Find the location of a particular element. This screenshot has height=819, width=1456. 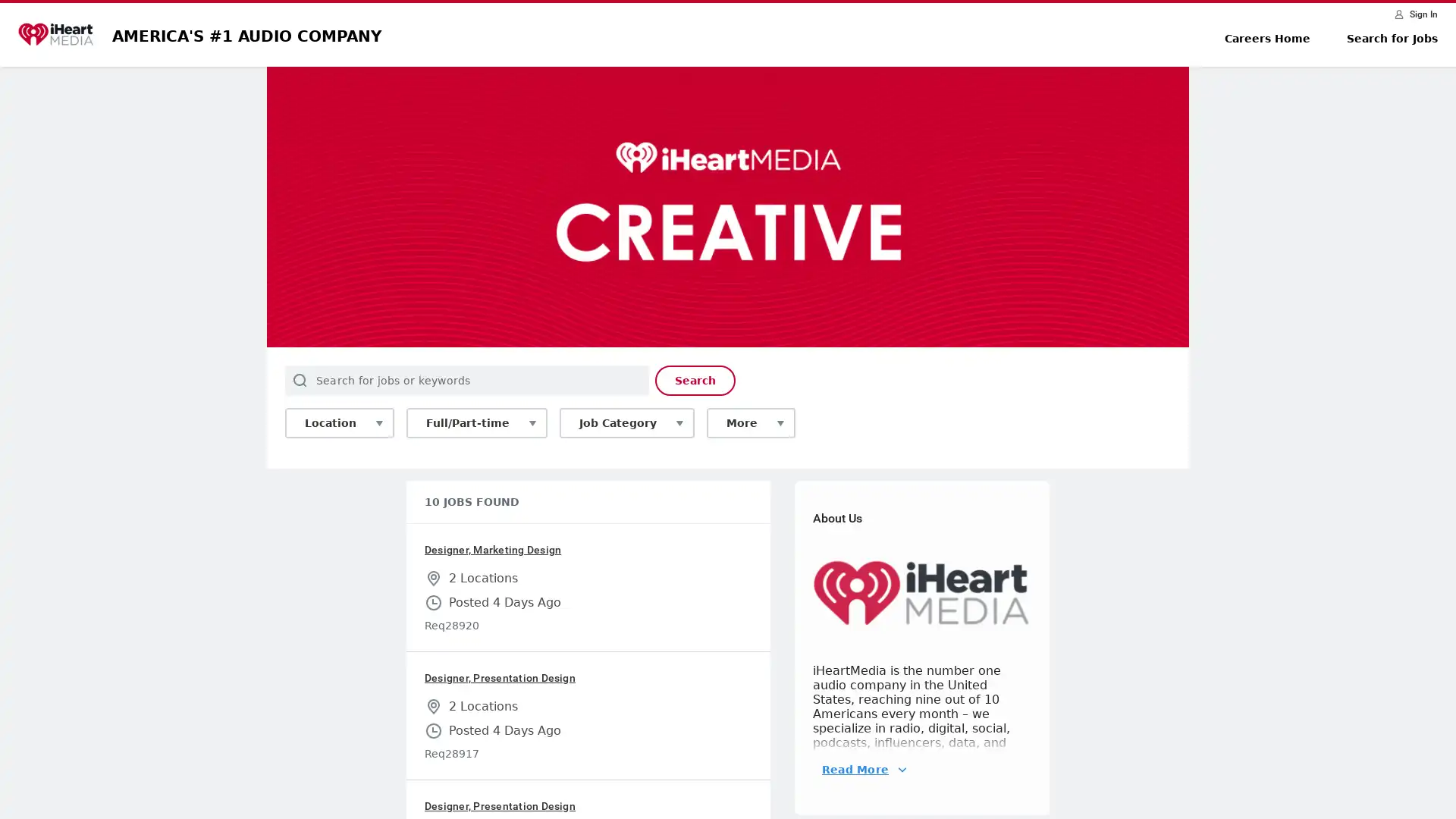

Search for Jobs is located at coordinates (1399, 38).